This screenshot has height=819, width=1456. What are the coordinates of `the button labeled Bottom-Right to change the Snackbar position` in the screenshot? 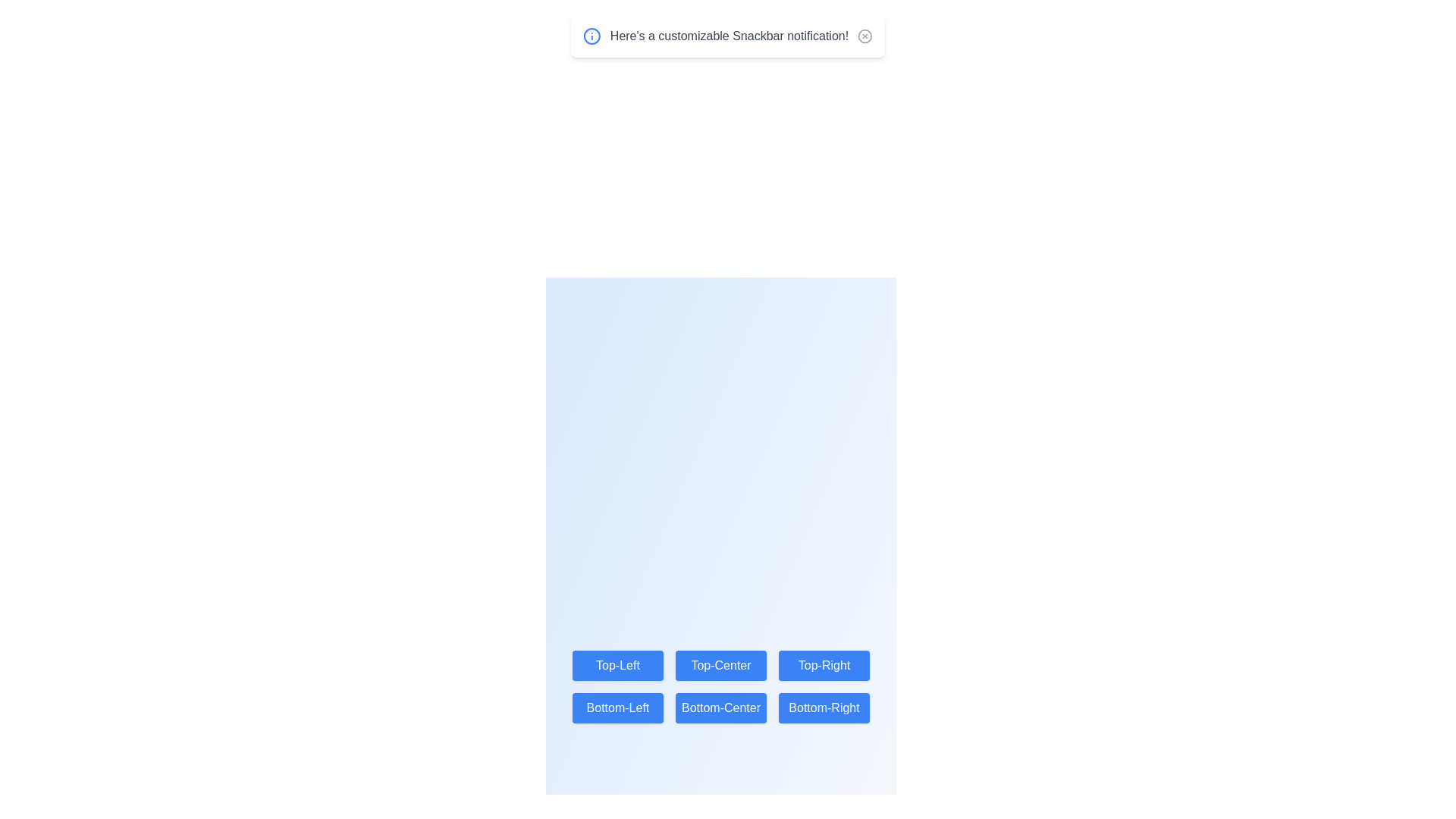 It's located at (824, 708).